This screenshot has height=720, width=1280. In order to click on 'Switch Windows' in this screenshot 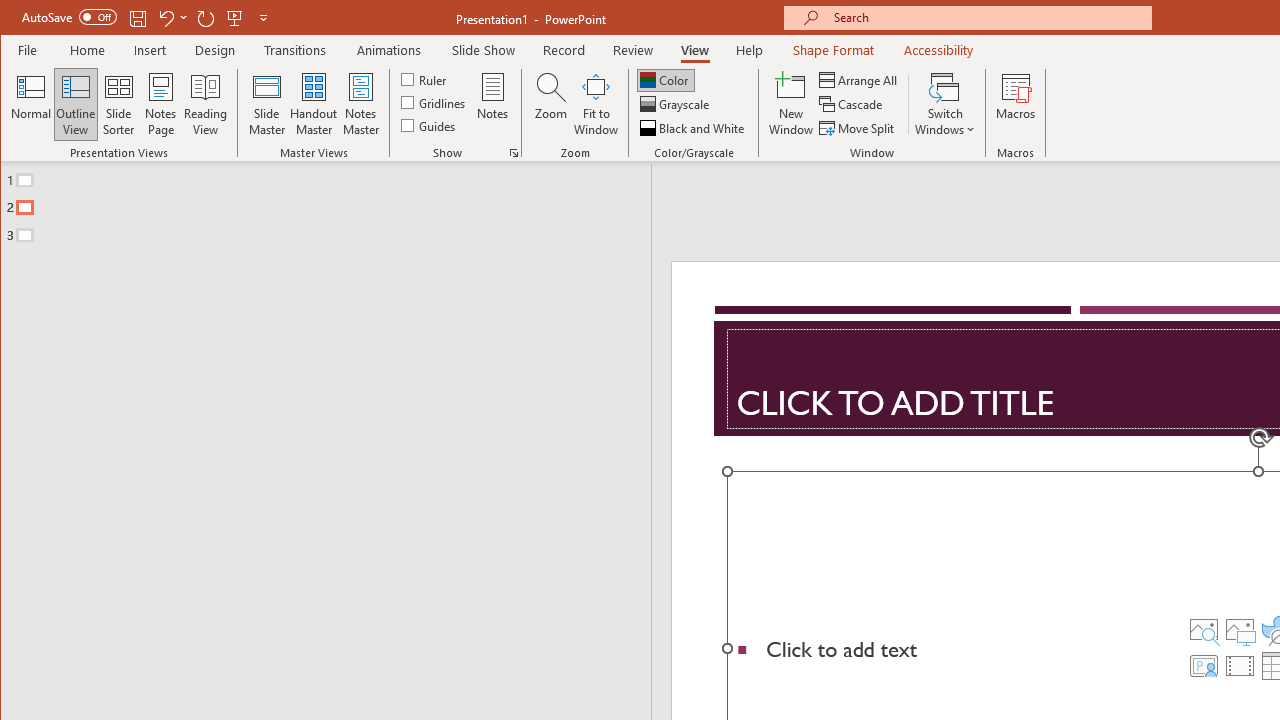, I will do `click(944, 104)`.